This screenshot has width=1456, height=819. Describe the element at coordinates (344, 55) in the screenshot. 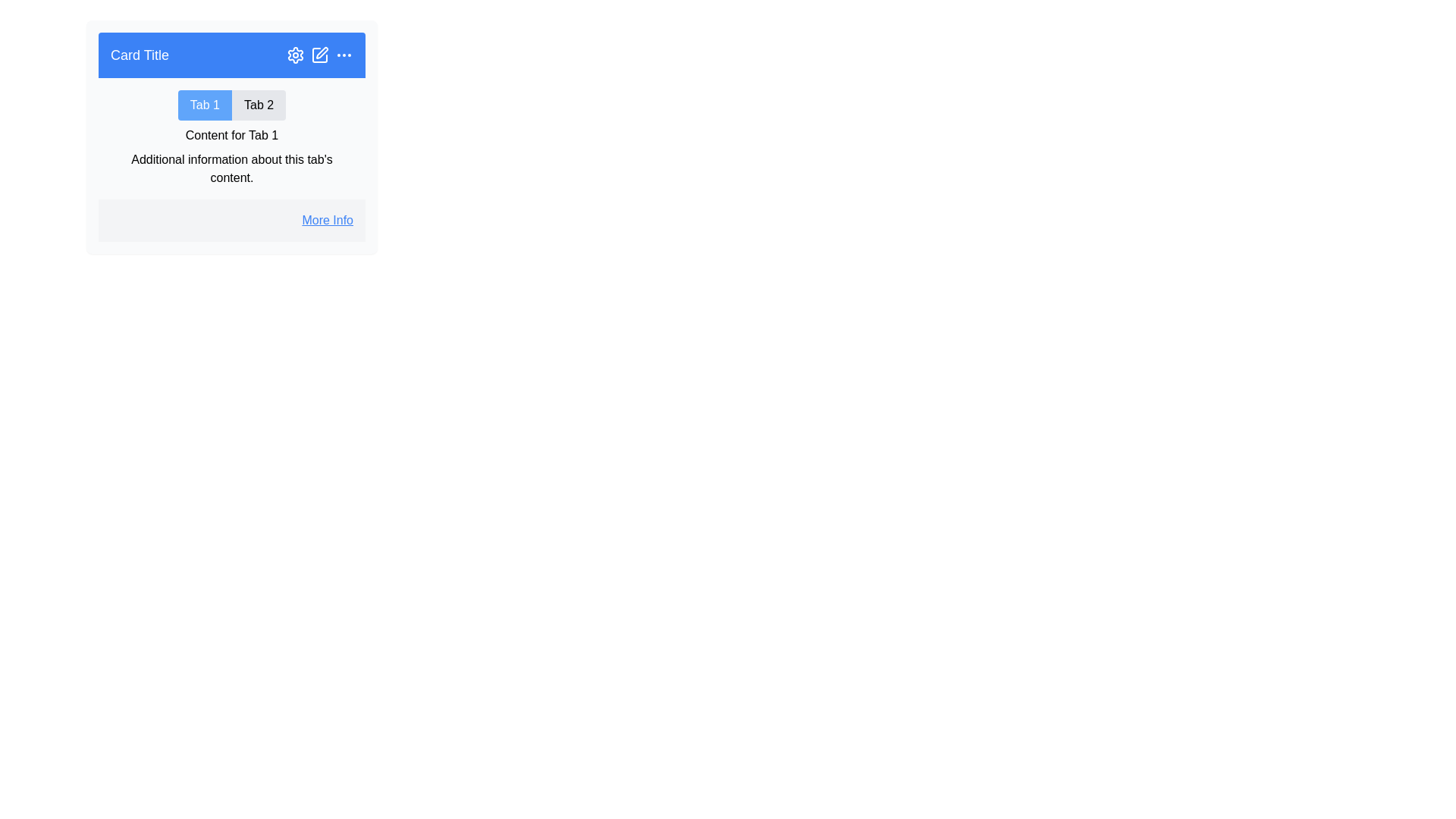

I see `the ellipsis icon in the top-right corner of the blue bar of the card` at that location.